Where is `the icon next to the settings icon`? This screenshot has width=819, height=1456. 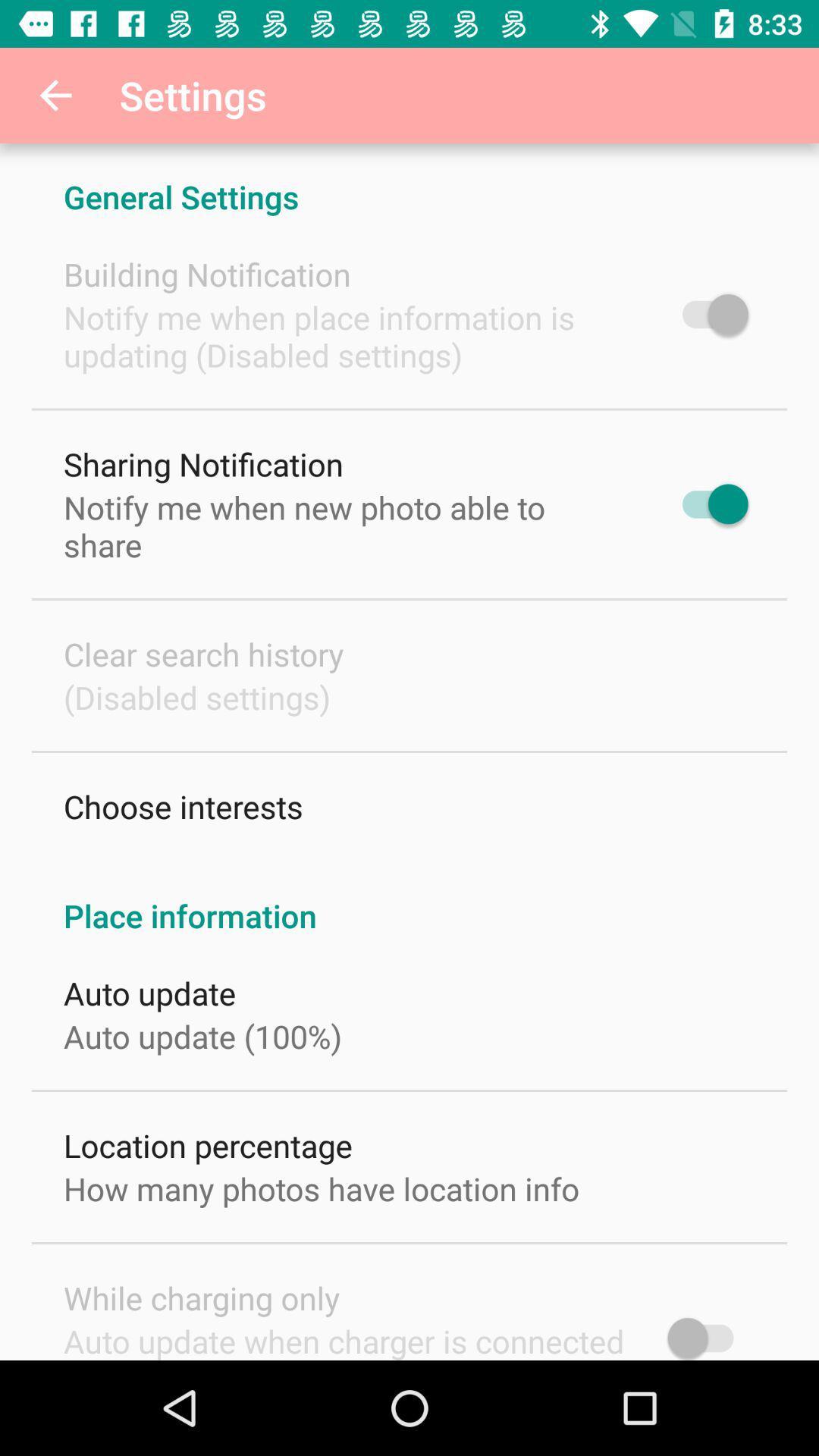 the icon next to the settings icon is located at coordinates (55, 94).